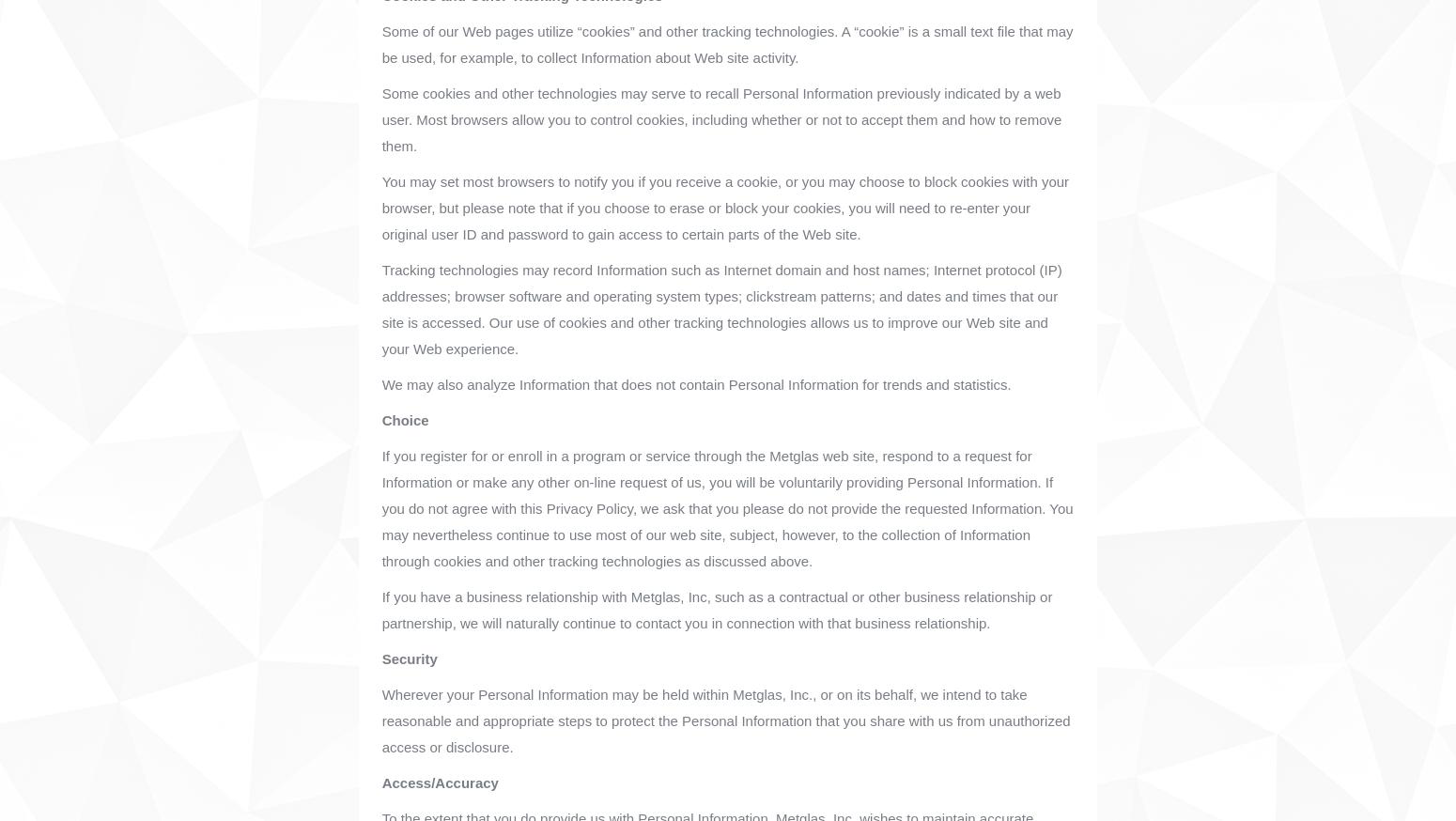 This screenshot has height=821, width=1456. I want to click on 'If you register for or enroll in a program or service through the Metglas web site, respond to a request for Information or make any other on-line request of us, you will be voluntarily providing Personal Information. If you do not agree with this Privacy Policy, we ask that you please do not provide the requested Information. You may nevertheless continue to use most of our web site, subject, however, to the collection of Information through cookies and other tracking technologies as discussed above.', so click(727, 508).